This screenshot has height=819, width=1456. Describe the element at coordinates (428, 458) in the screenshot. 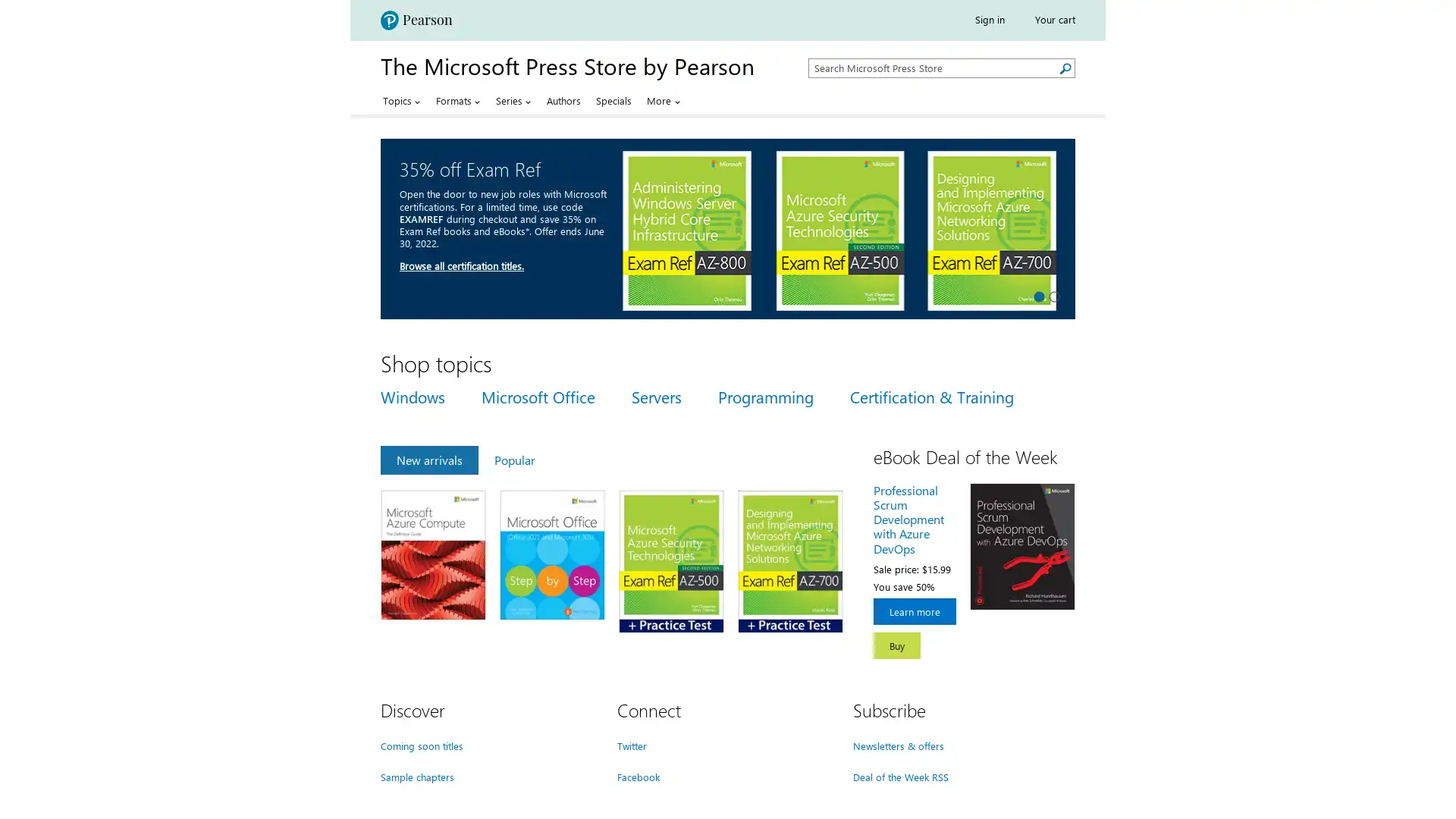

I see `New arrivals` at that location.